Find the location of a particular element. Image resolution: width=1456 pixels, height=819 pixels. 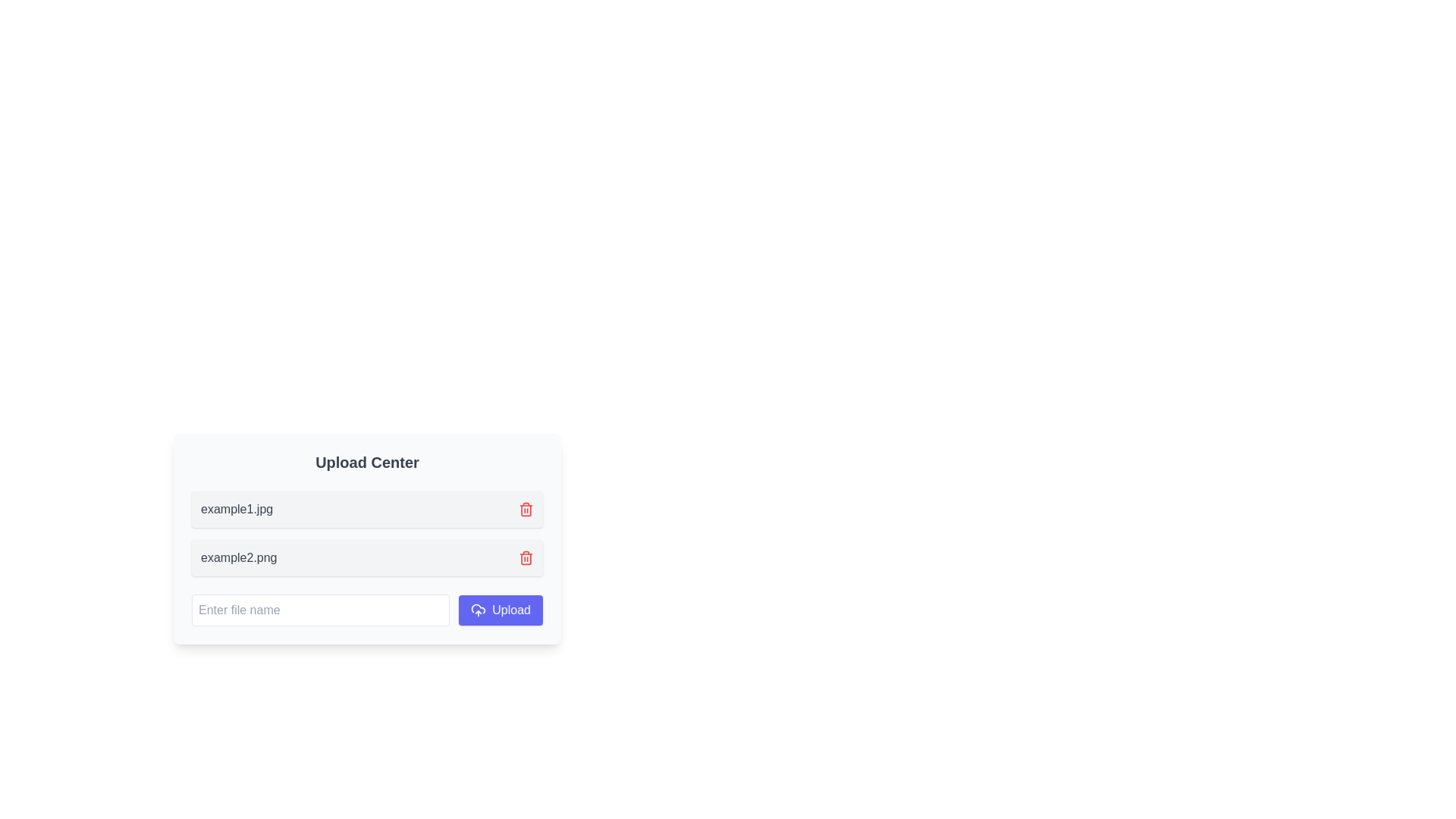

the file entry UI component for 'example2.png' located in the 'Upload Center' is located at coordinates (367, 546).